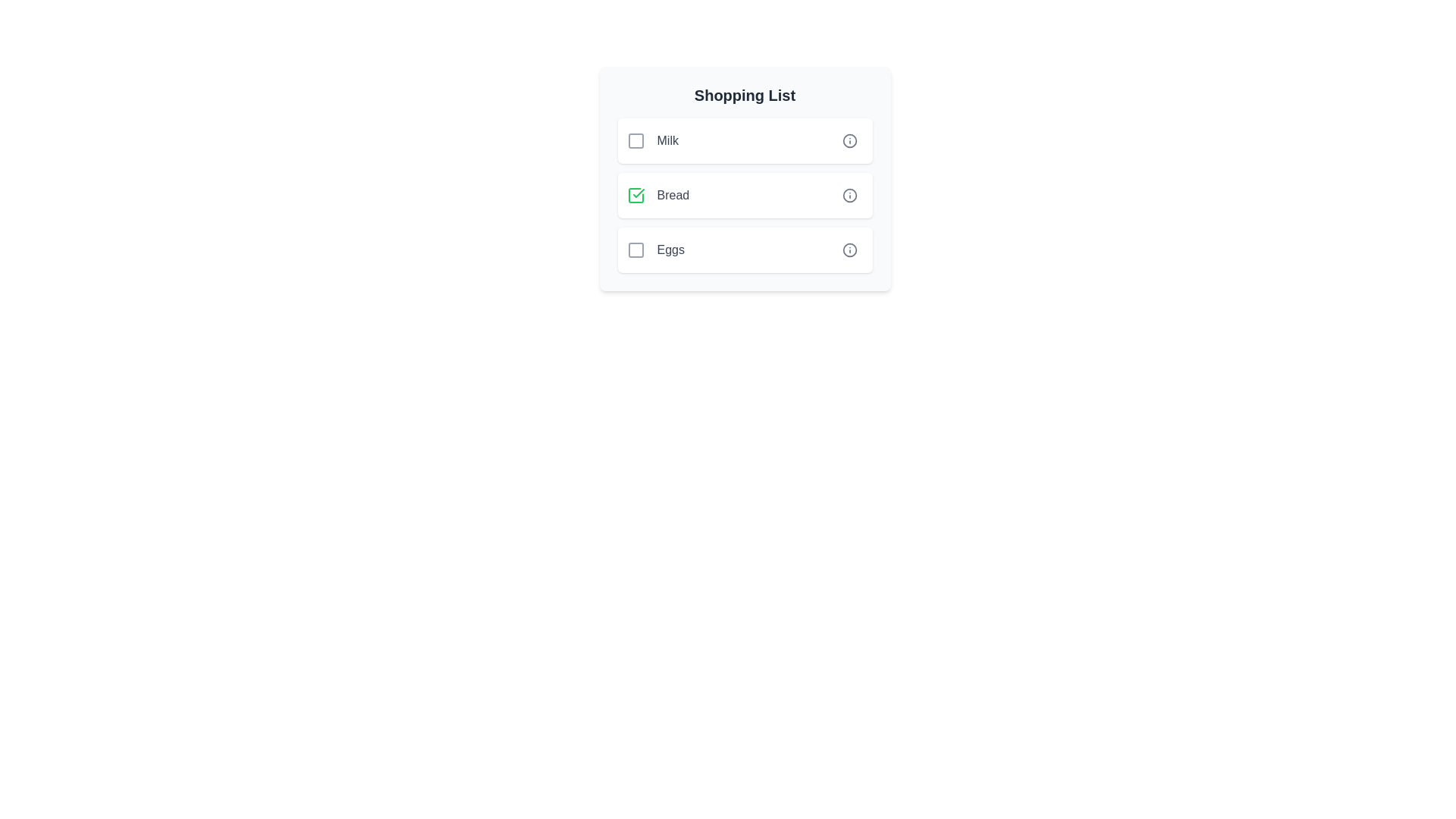 The width and height of the screenshot is (1456, 819). Describe the element at coordinates (849, 249) in the screenshot. I see `information button next to Eggs` at that location.